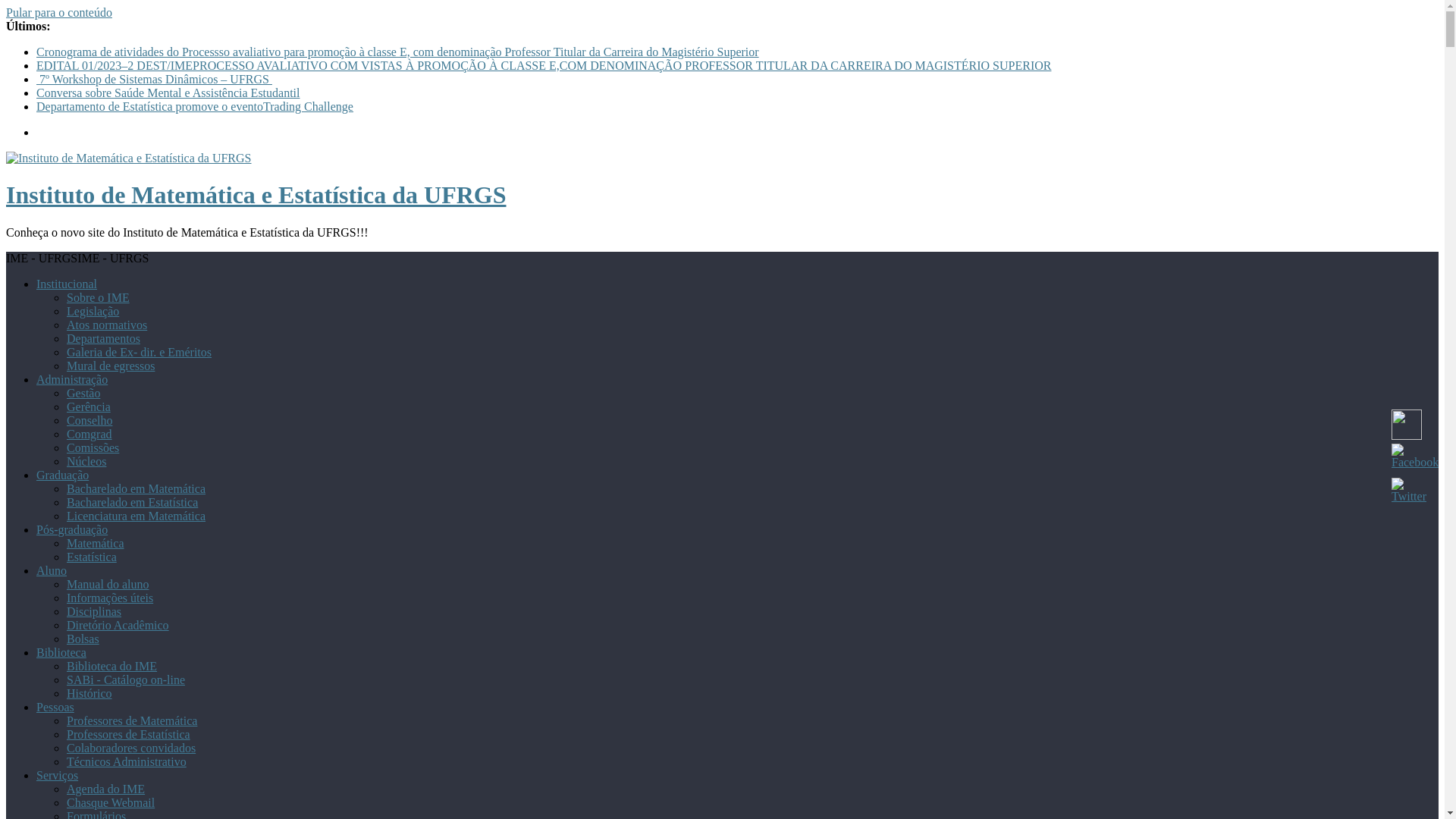 The image size is (1456, 819). What do you see at coordinates (55, 707) in the screenshot?
I see `'Pessoas'` at bounding box center [55, 707].